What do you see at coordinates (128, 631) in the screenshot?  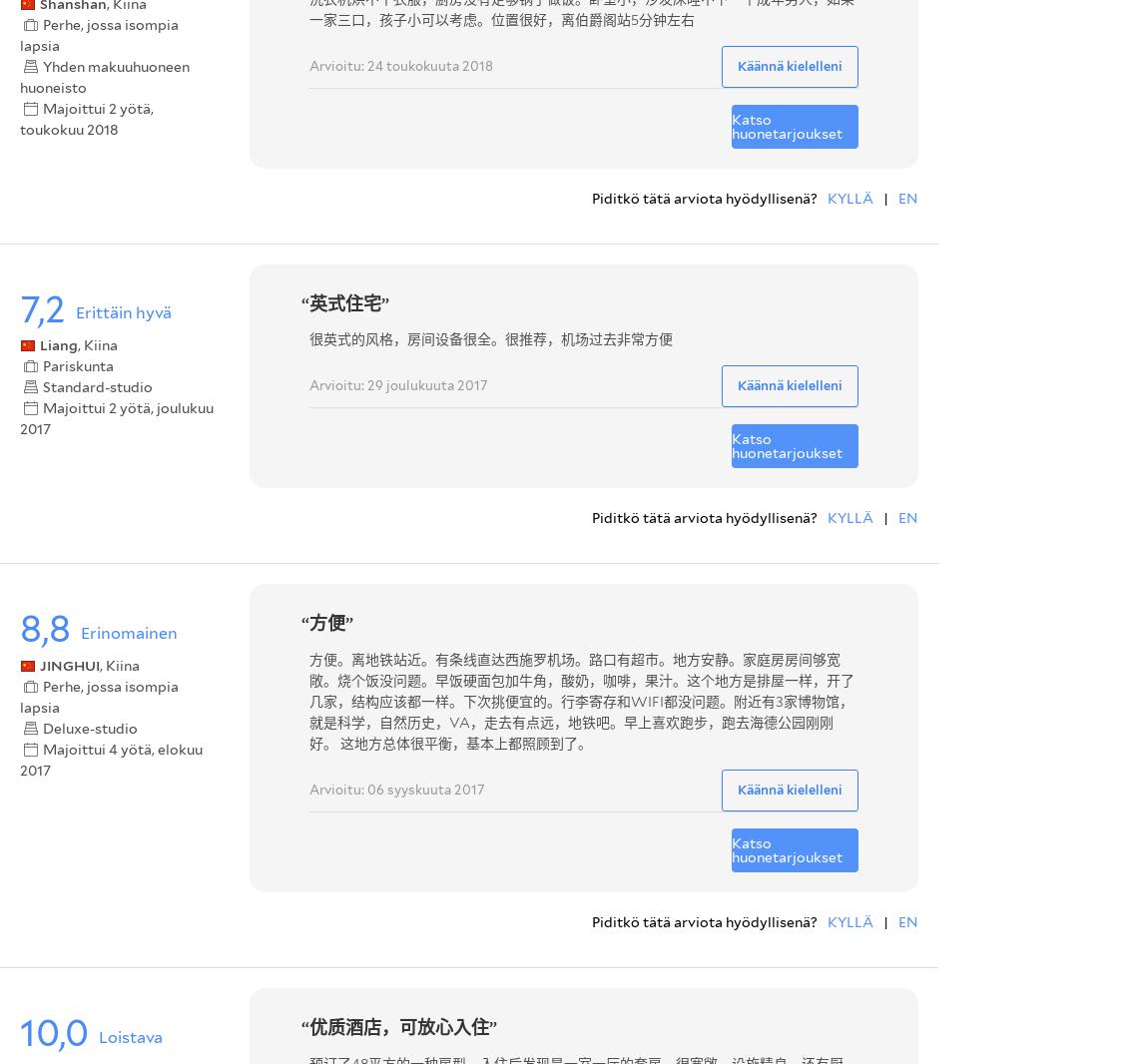 I see `'Erinomainen'` at bounding box center [128, 631].